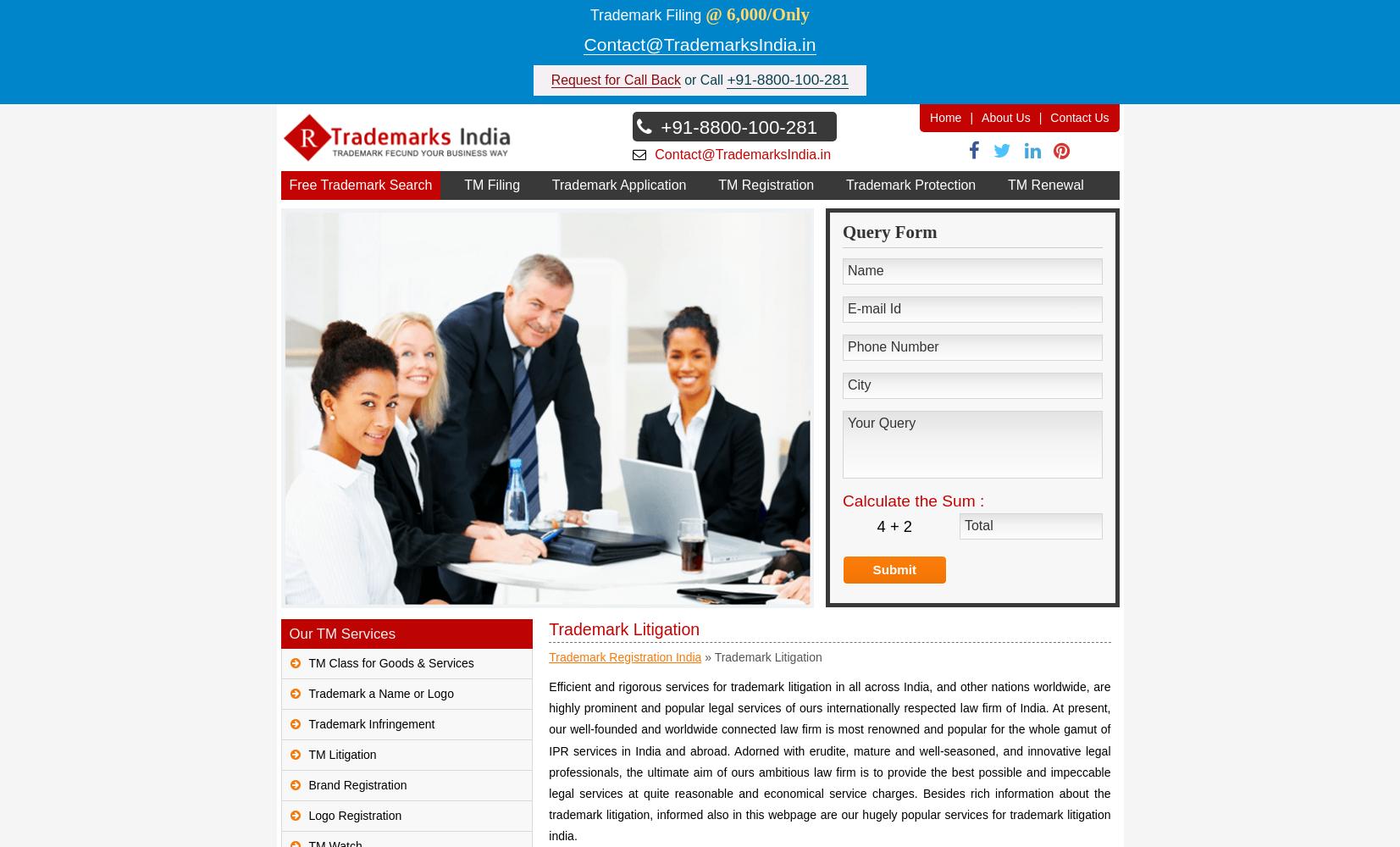  What do you see at coordinates (357, 784) in the screenshot?
I see `'Brand Registration'` at bounding box center [357, 784].